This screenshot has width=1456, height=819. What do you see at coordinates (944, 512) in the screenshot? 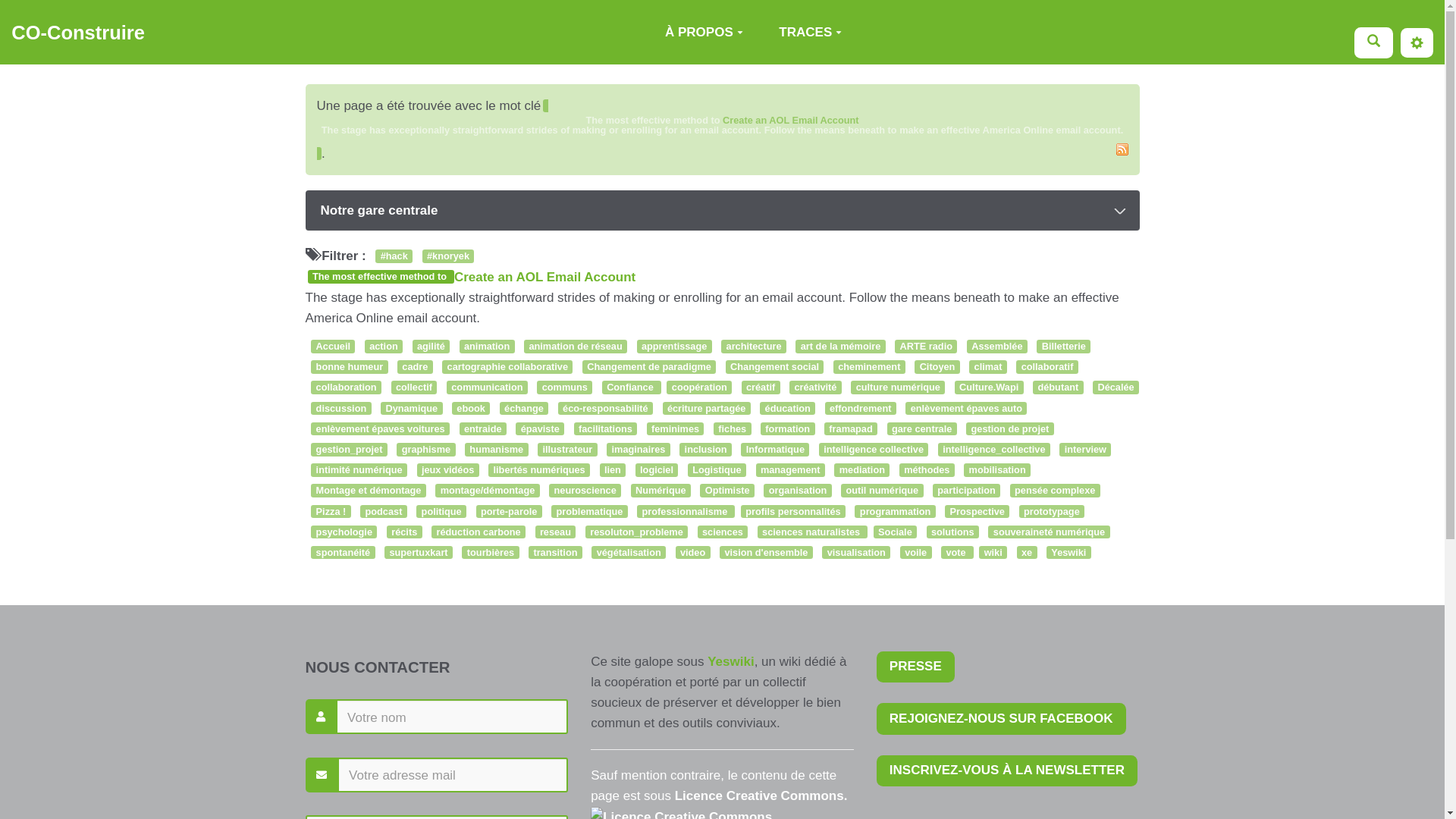
I see `'Prospective'` at bounding box center [944, 512].